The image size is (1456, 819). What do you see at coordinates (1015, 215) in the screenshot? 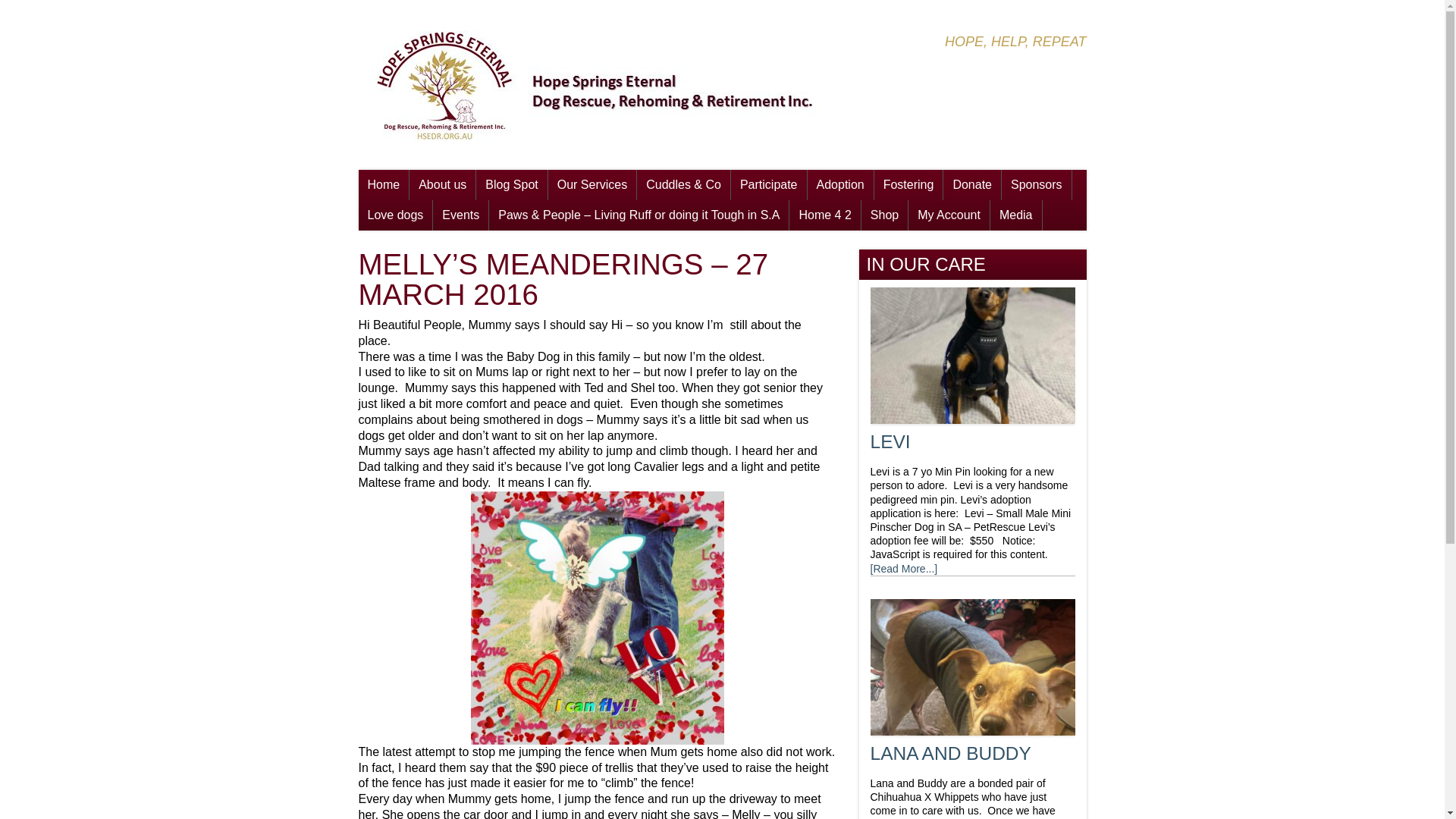
I see `'Media'` at bounding box center [1015, 215].